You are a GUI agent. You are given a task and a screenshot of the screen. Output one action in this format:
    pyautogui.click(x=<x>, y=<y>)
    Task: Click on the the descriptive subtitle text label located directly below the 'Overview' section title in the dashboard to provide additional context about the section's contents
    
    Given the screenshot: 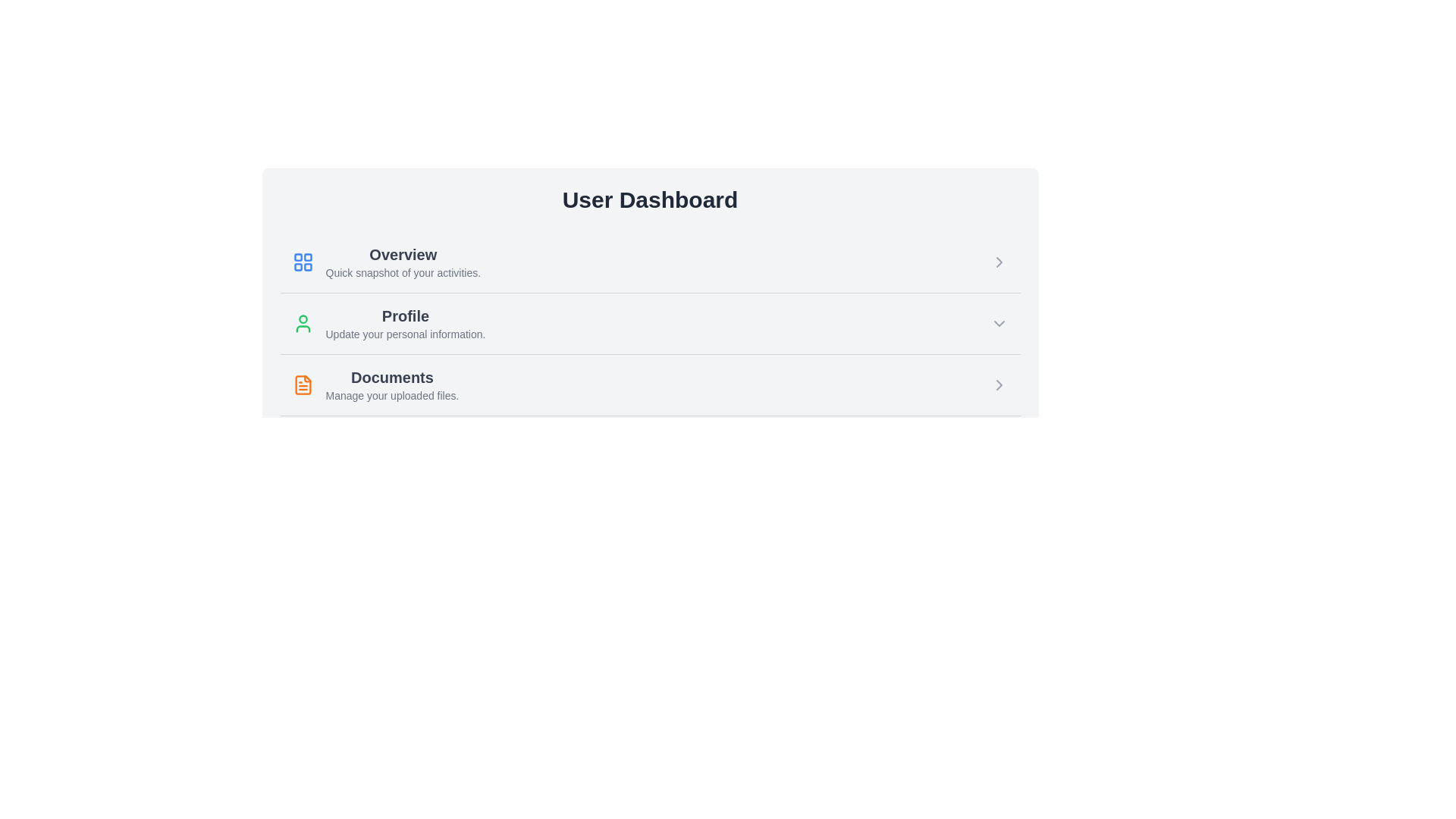 What is the action you would take?
    pyautogui.click(x=403, y=271)
    